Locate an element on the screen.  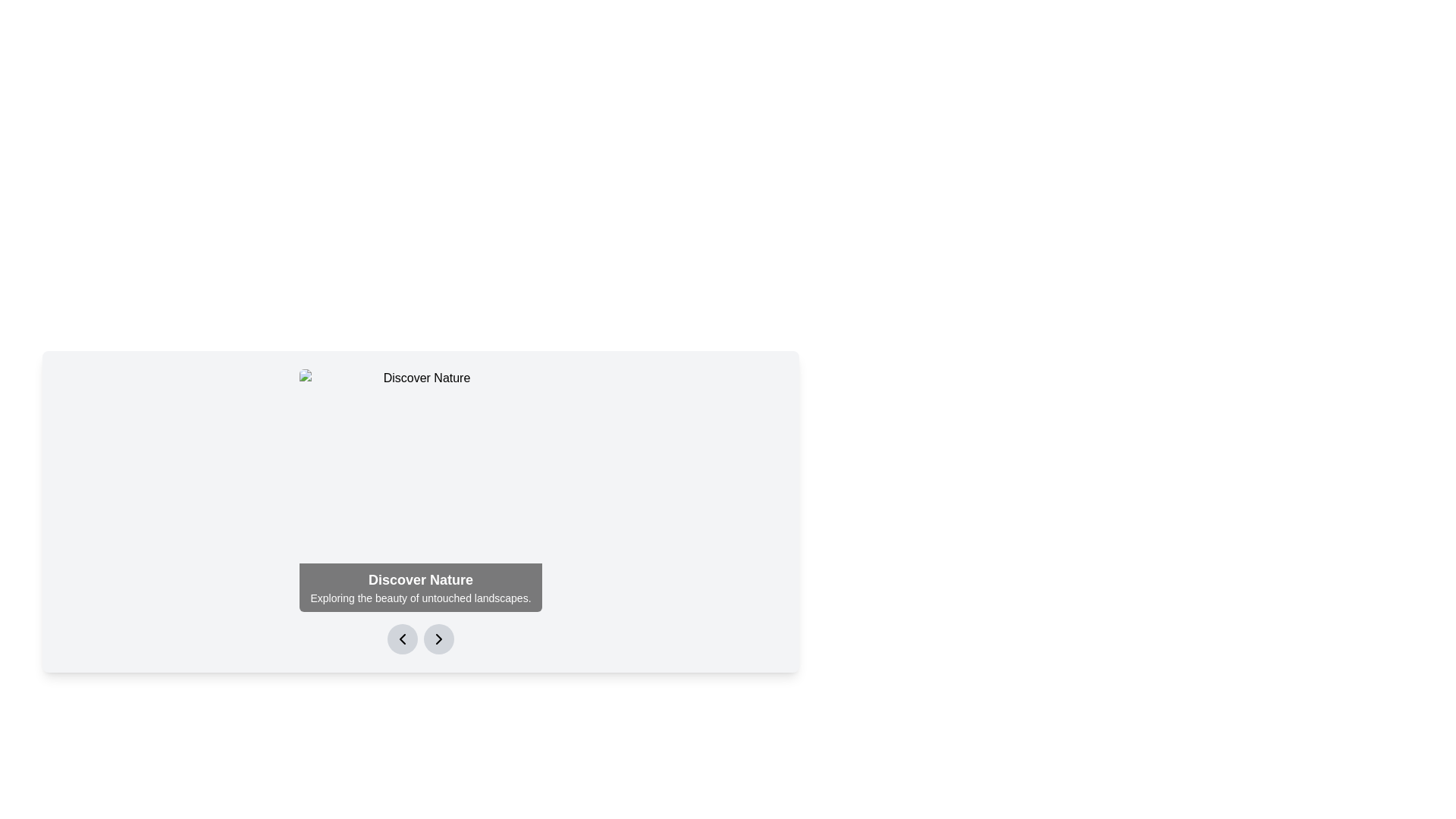
the leftmost navigation button below the content area is located at coordinates (403, 639).